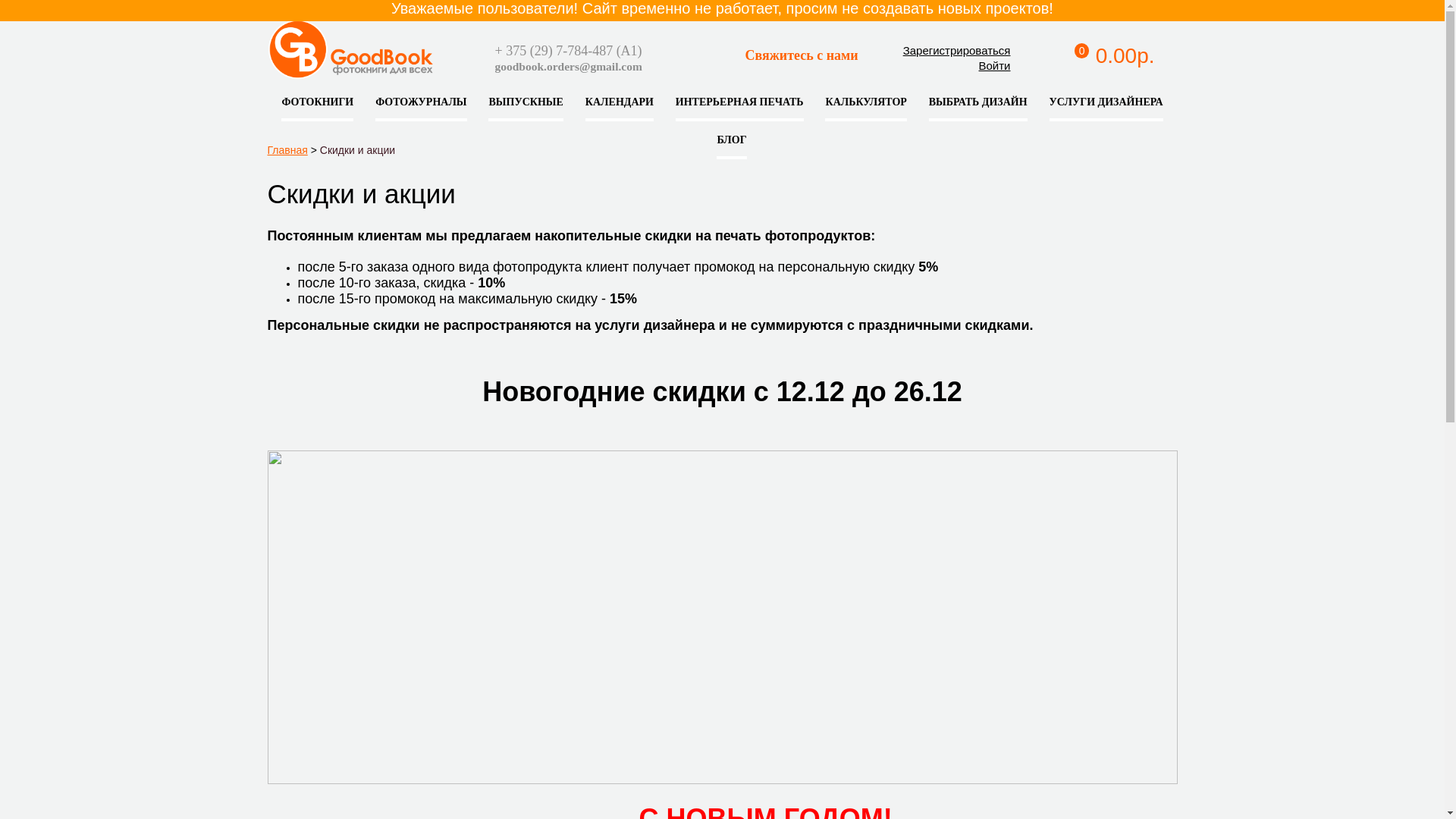  What do you see at coordinates (566, 65) in the screenshot?
I see `'goodbook.orders@gmail.com'` at bounding box center [566, 65].